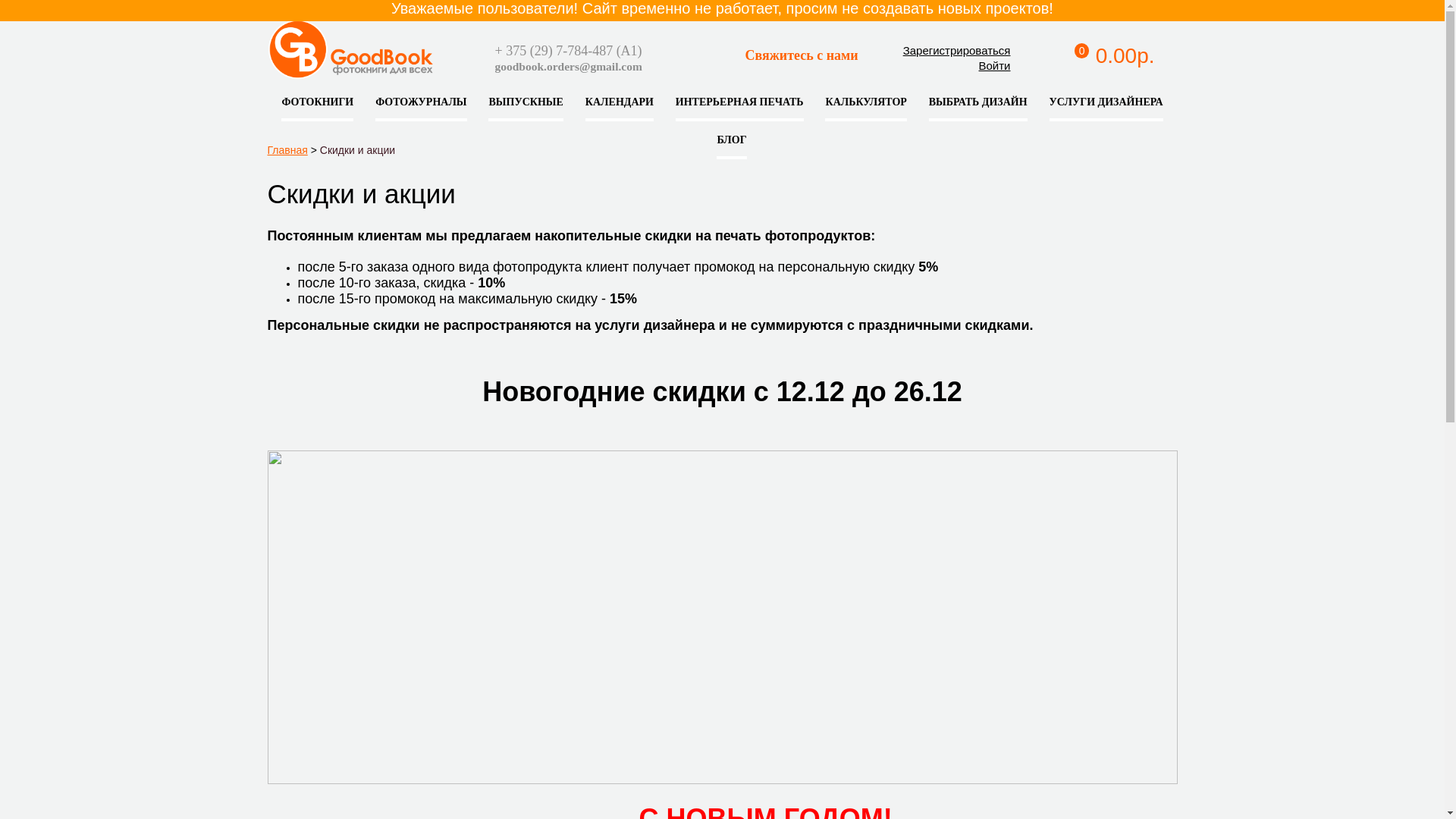  What do you see at coordinates (566, 65) in the screenshot?
I see `'goodbook.orders@gmail.com'` at bounding box center [566, 65].